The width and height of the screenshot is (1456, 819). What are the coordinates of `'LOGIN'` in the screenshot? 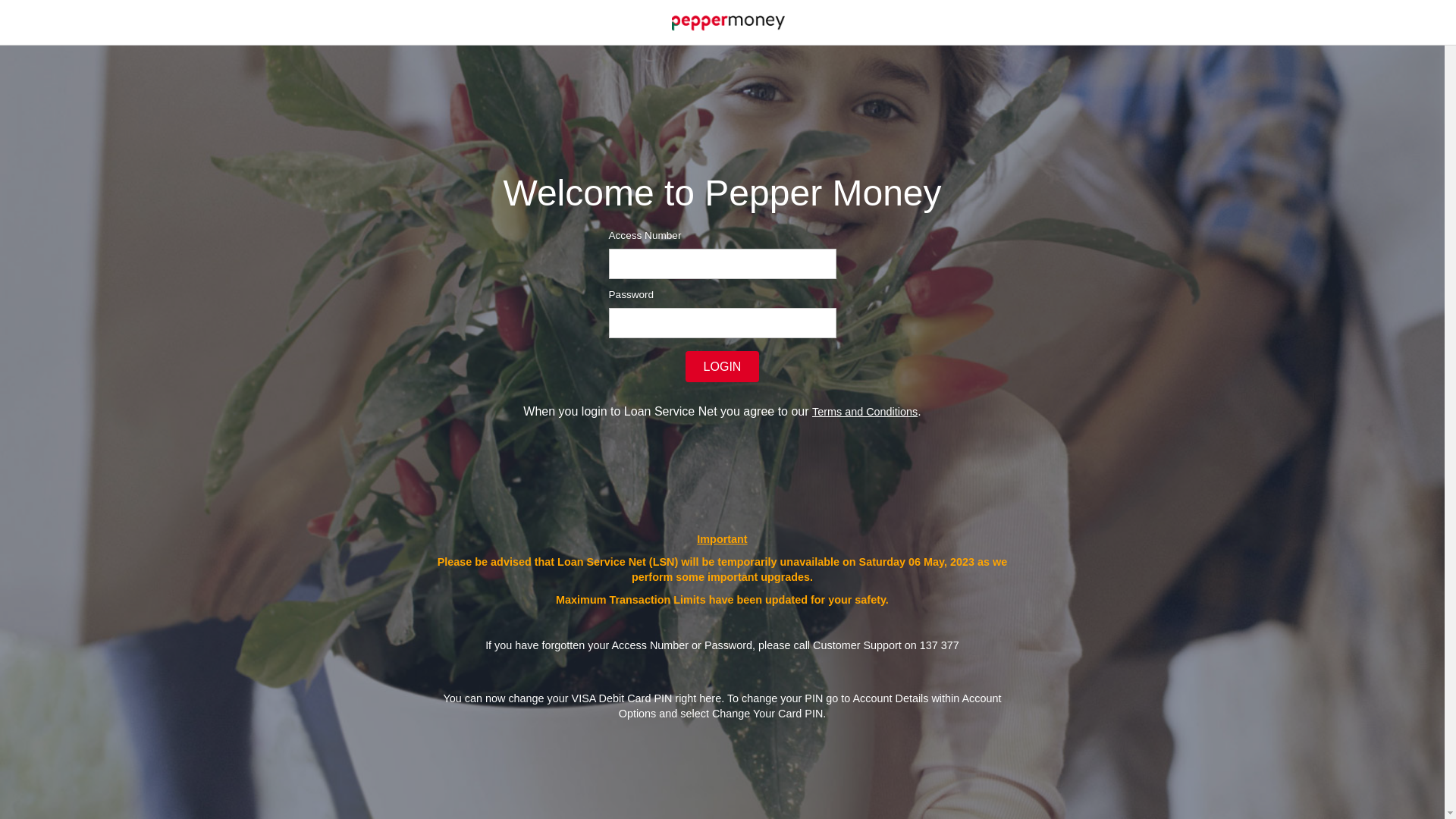 It's located at (684, 366).